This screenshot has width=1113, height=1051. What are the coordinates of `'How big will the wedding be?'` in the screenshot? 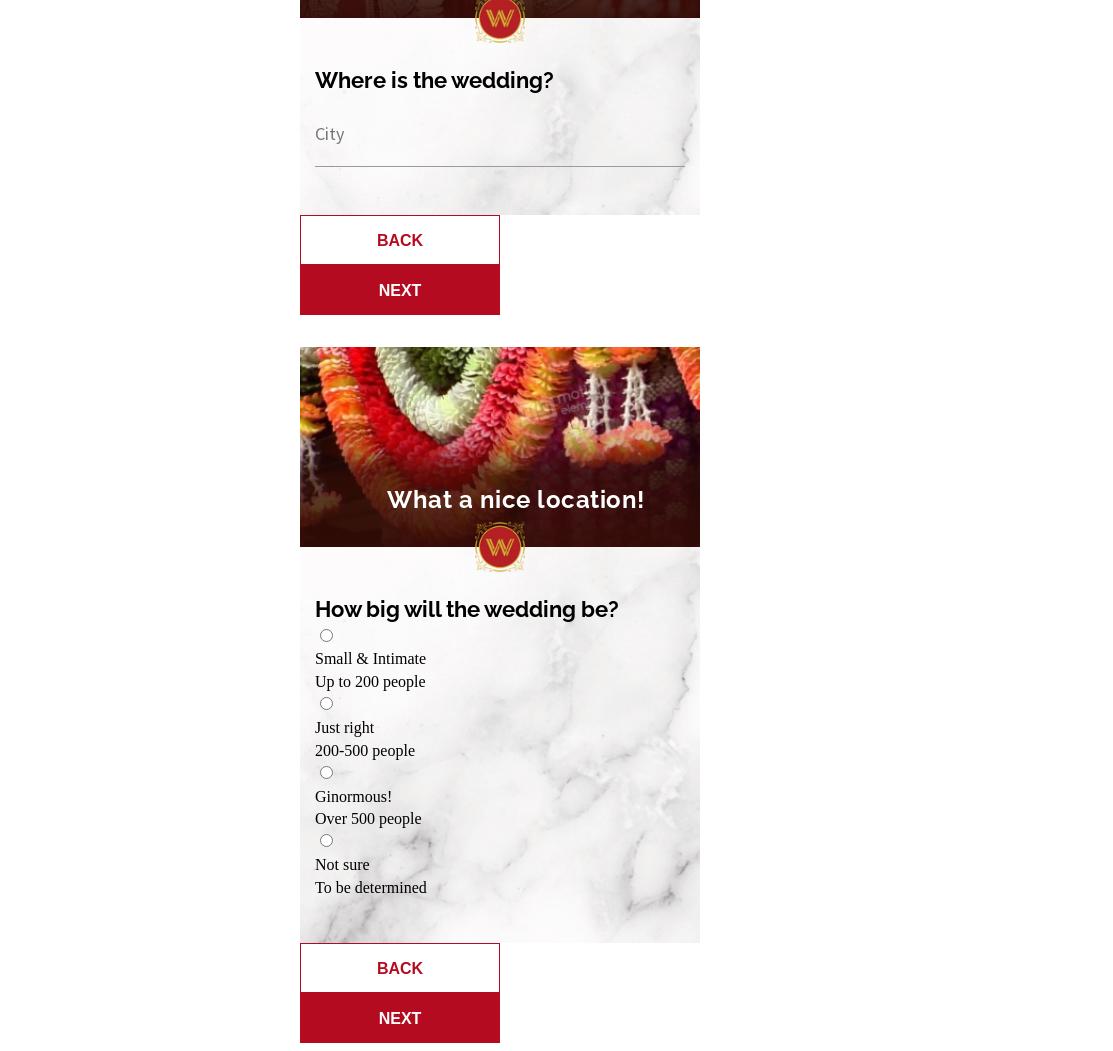 It's located at (466, 607).